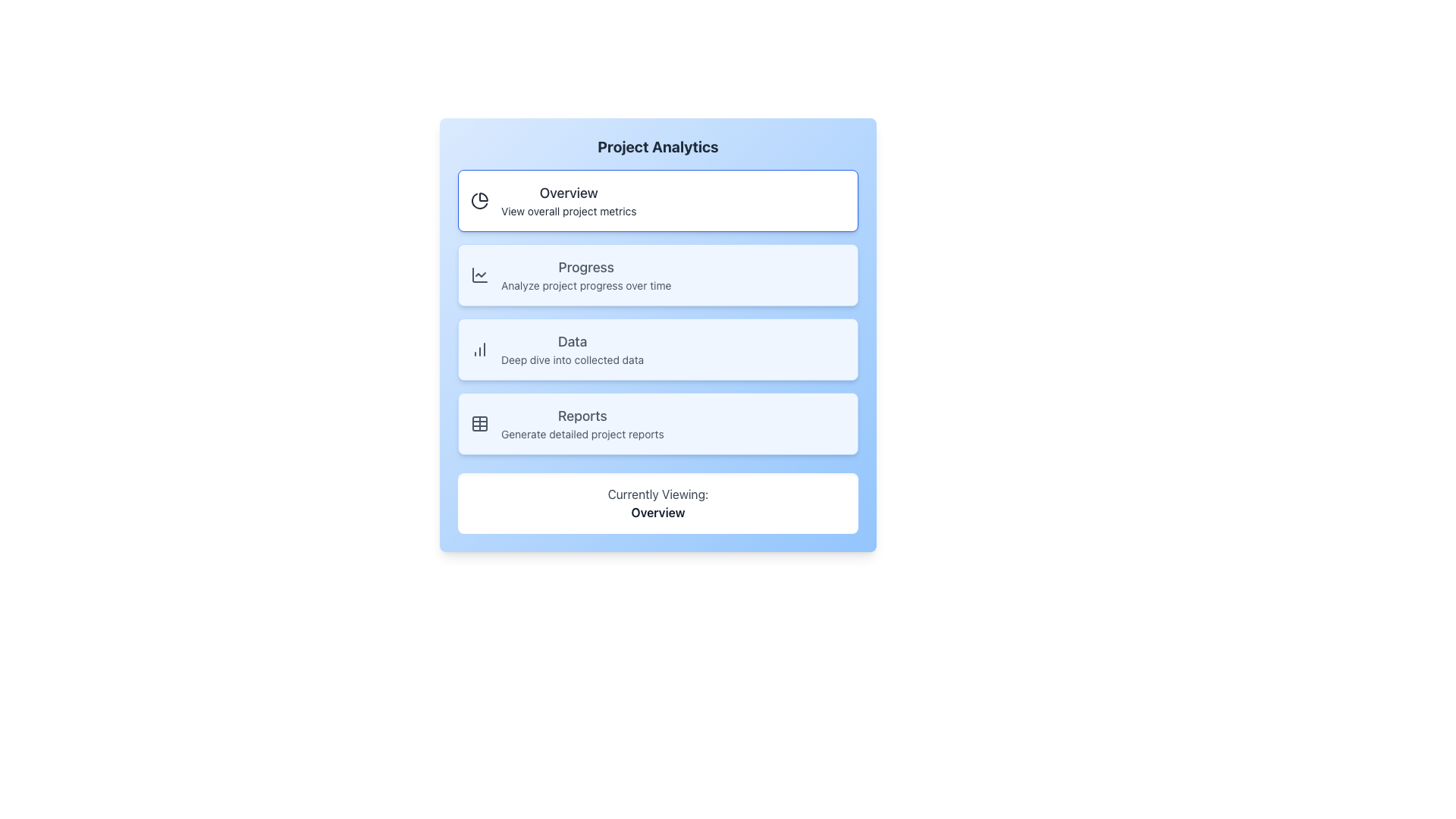 The image size is (1456, 819). Describe the element at coordinates (479, 200) in the screenshot. I see `the pie chart icon located in the top-left corner of the 'Overview' section within the card UI component labeled 'Overview' with the subtitle 'View overall project metrics'` at that location.